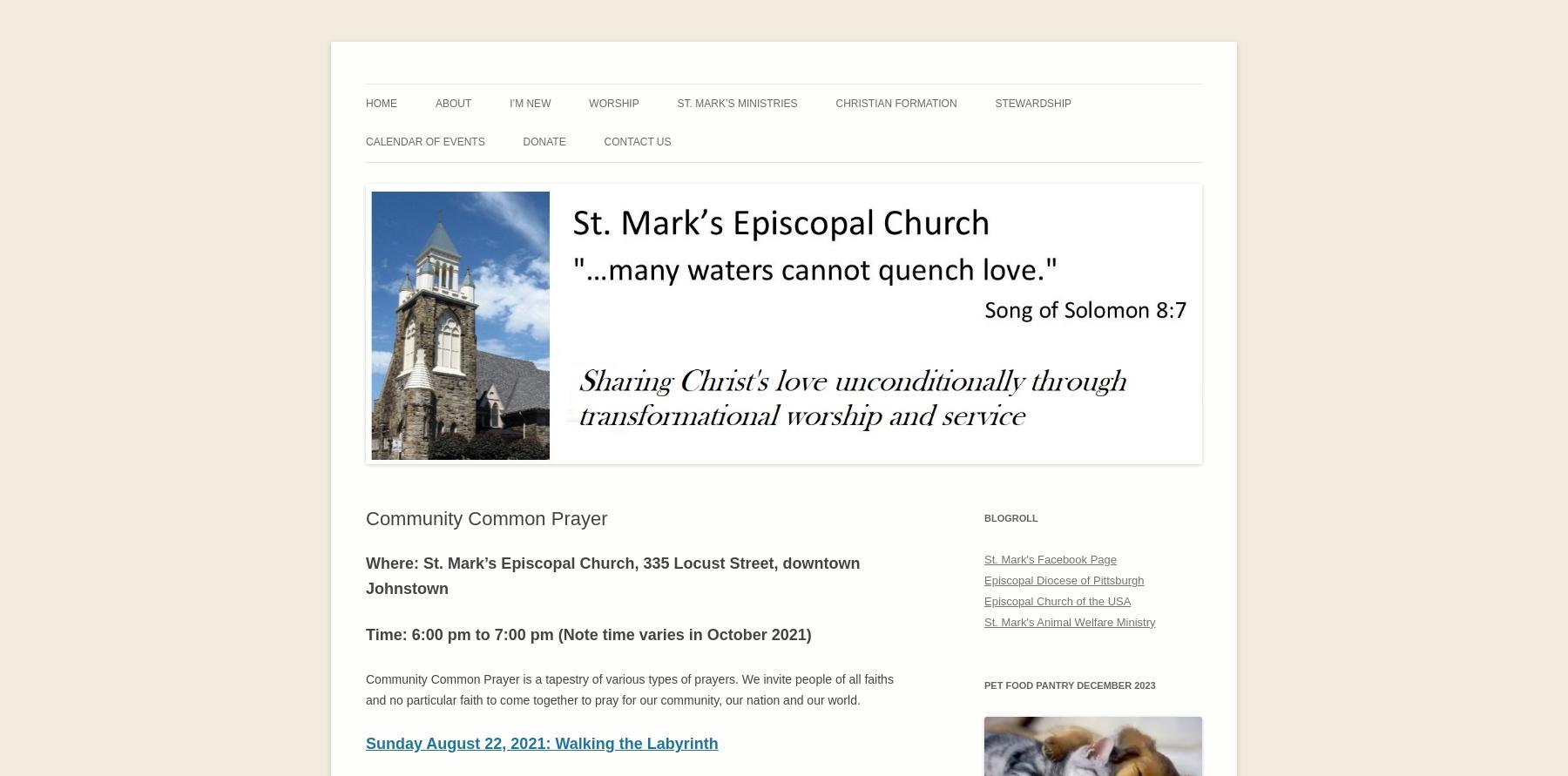 This screenshot has width=1568, height=776. I want to click on 'Christian Formation', so click(835, 103).